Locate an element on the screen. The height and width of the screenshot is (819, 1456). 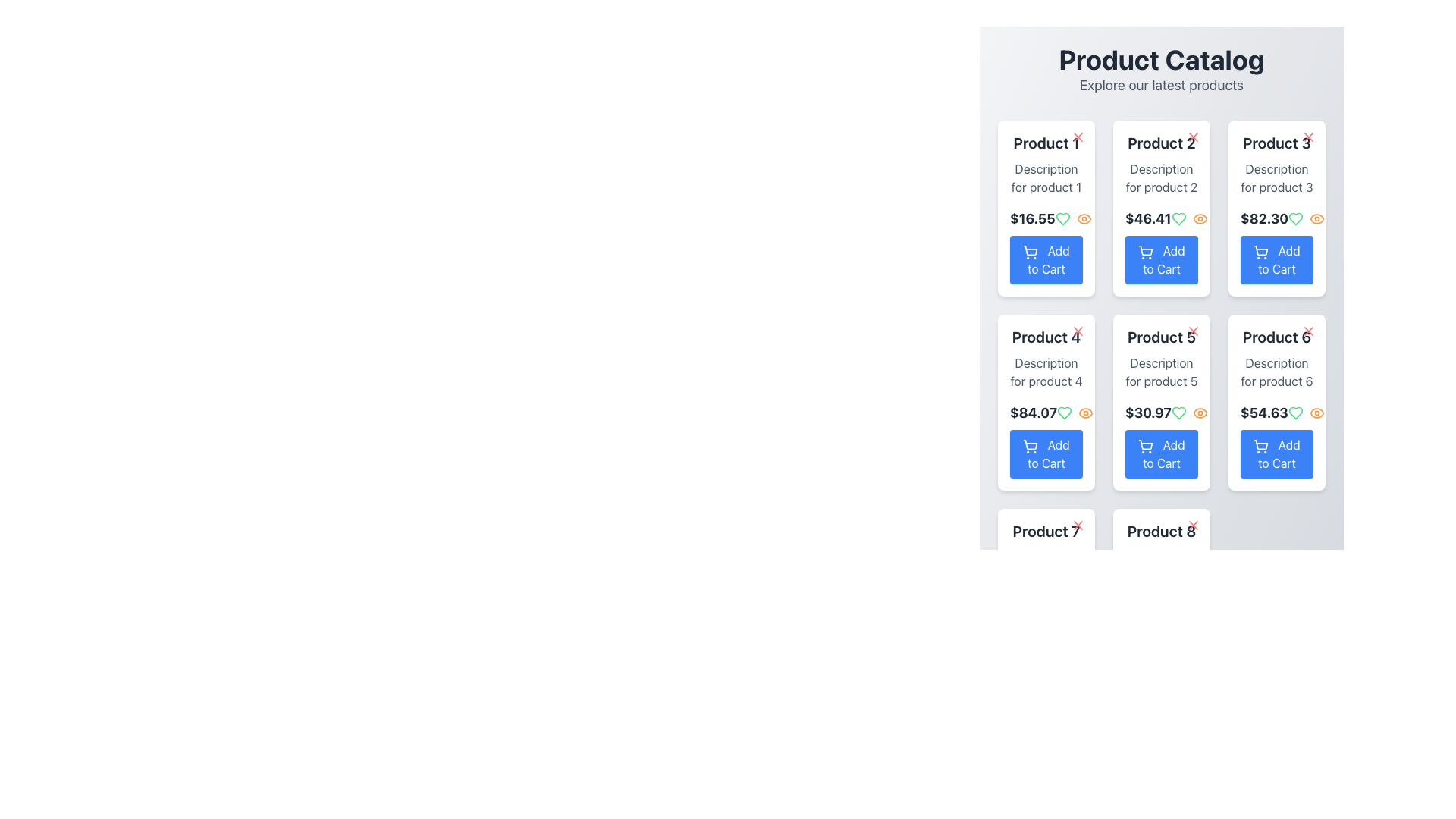
the button labeled 'Product 5' is located at coordinates (1160, 453).